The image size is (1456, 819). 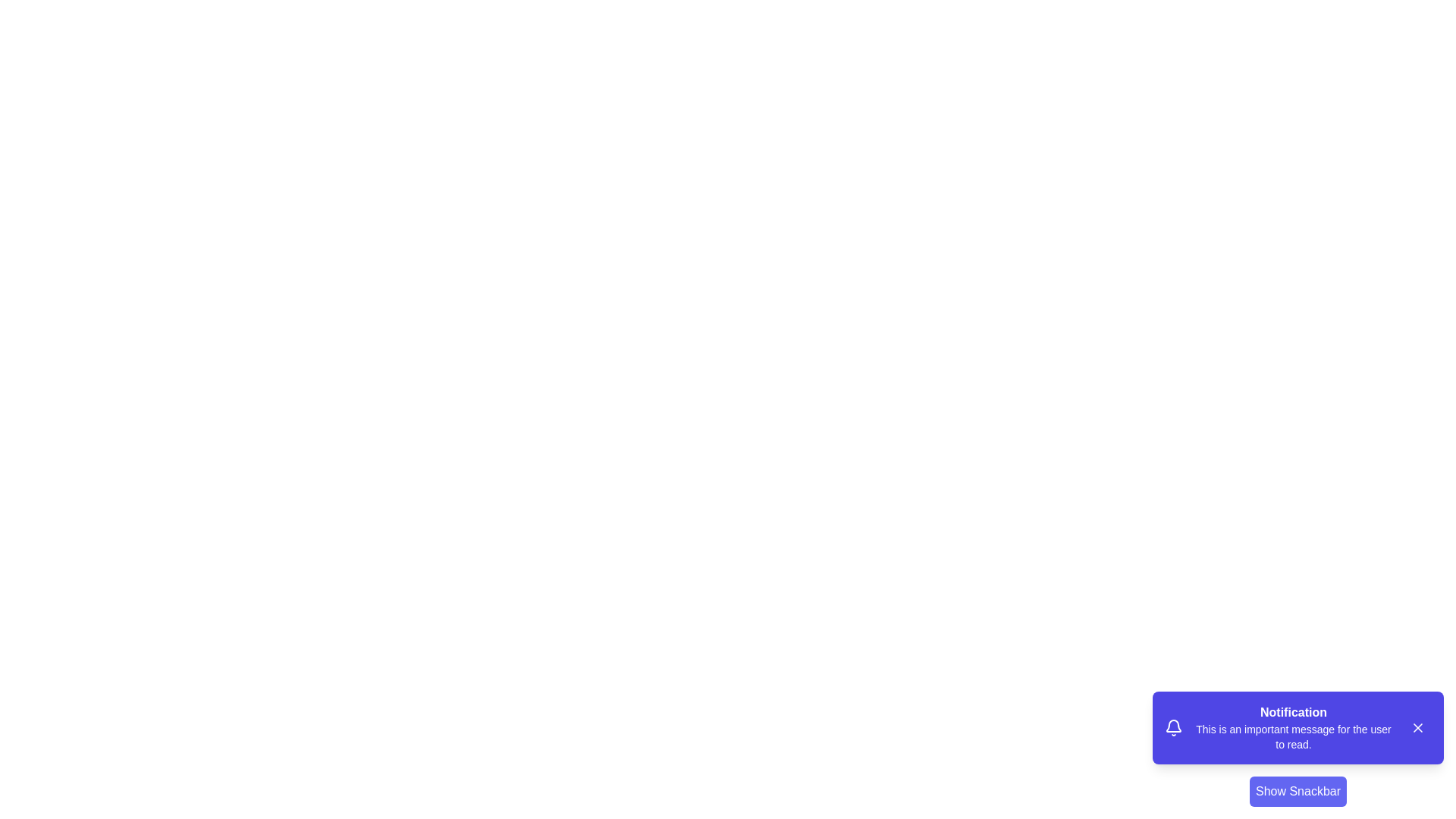 What do you see at coordinates (1173, 727) in the screenshot?
I see `the notification icon located on the left side of the notification bar, adjacent to the 'Notification' text` at bounding box center [1173, 727].